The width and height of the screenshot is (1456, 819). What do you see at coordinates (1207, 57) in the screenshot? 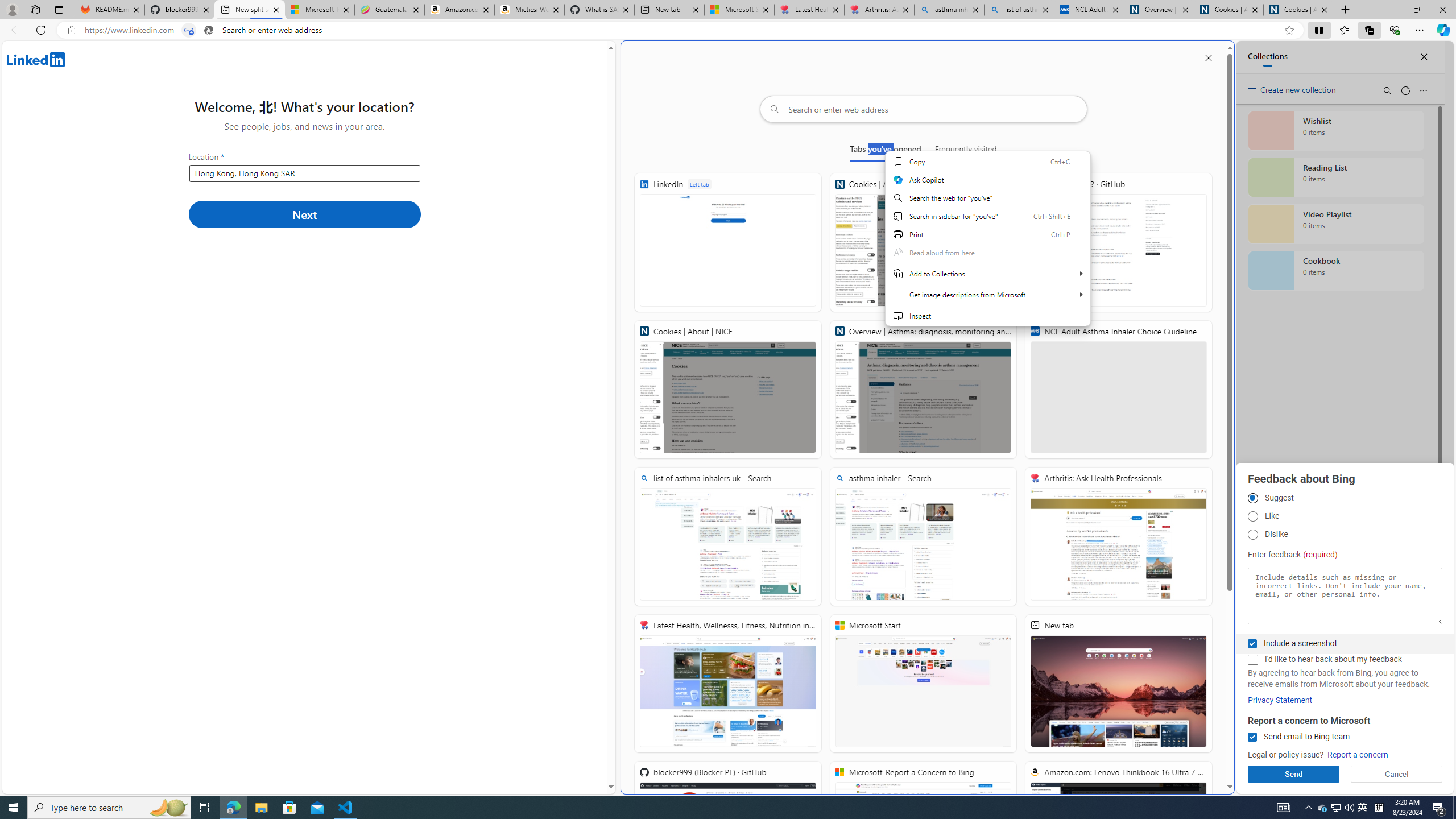
I see `'Close split screen'` at bounding box center [1207, 57].